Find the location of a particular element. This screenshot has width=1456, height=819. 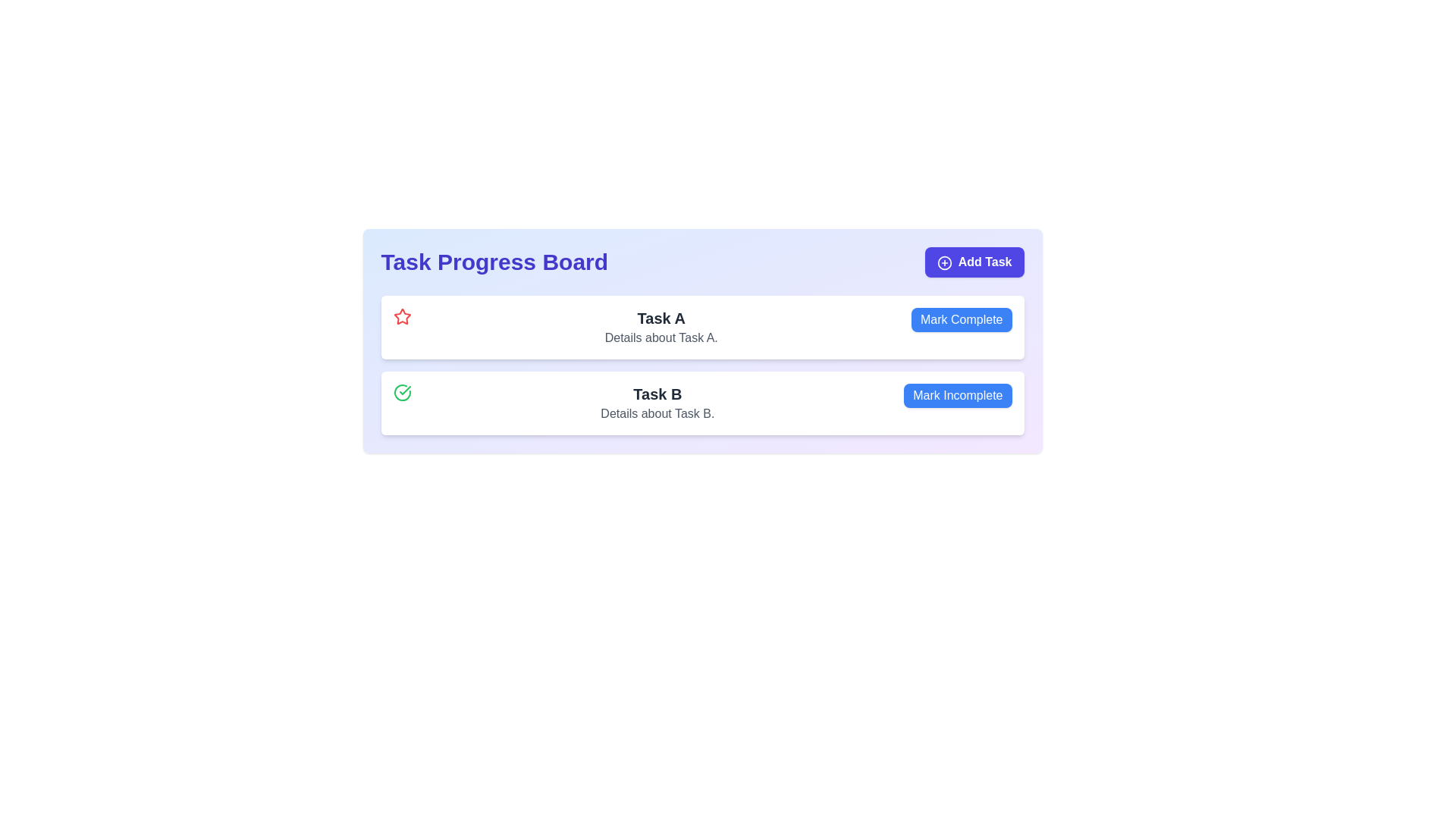

the text block that displays the title and description of a task item, which is positioned beneath another task element and adjacent to a 'Mark Incomplete' button is located at coordinates (657, 403).